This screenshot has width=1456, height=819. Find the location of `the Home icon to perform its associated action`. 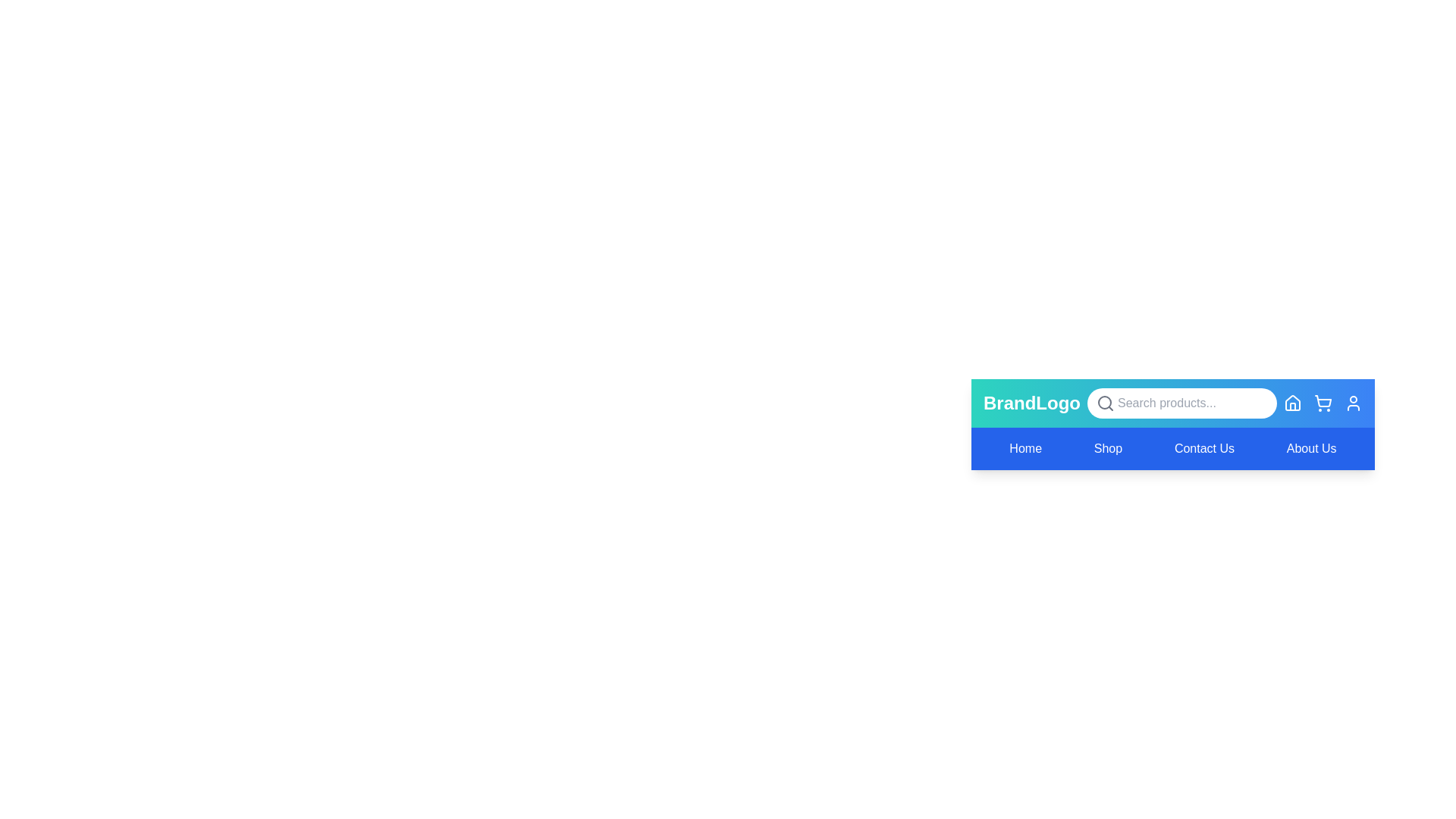

the Home icon to perform its associated action is located at coordinates (1291, 403).